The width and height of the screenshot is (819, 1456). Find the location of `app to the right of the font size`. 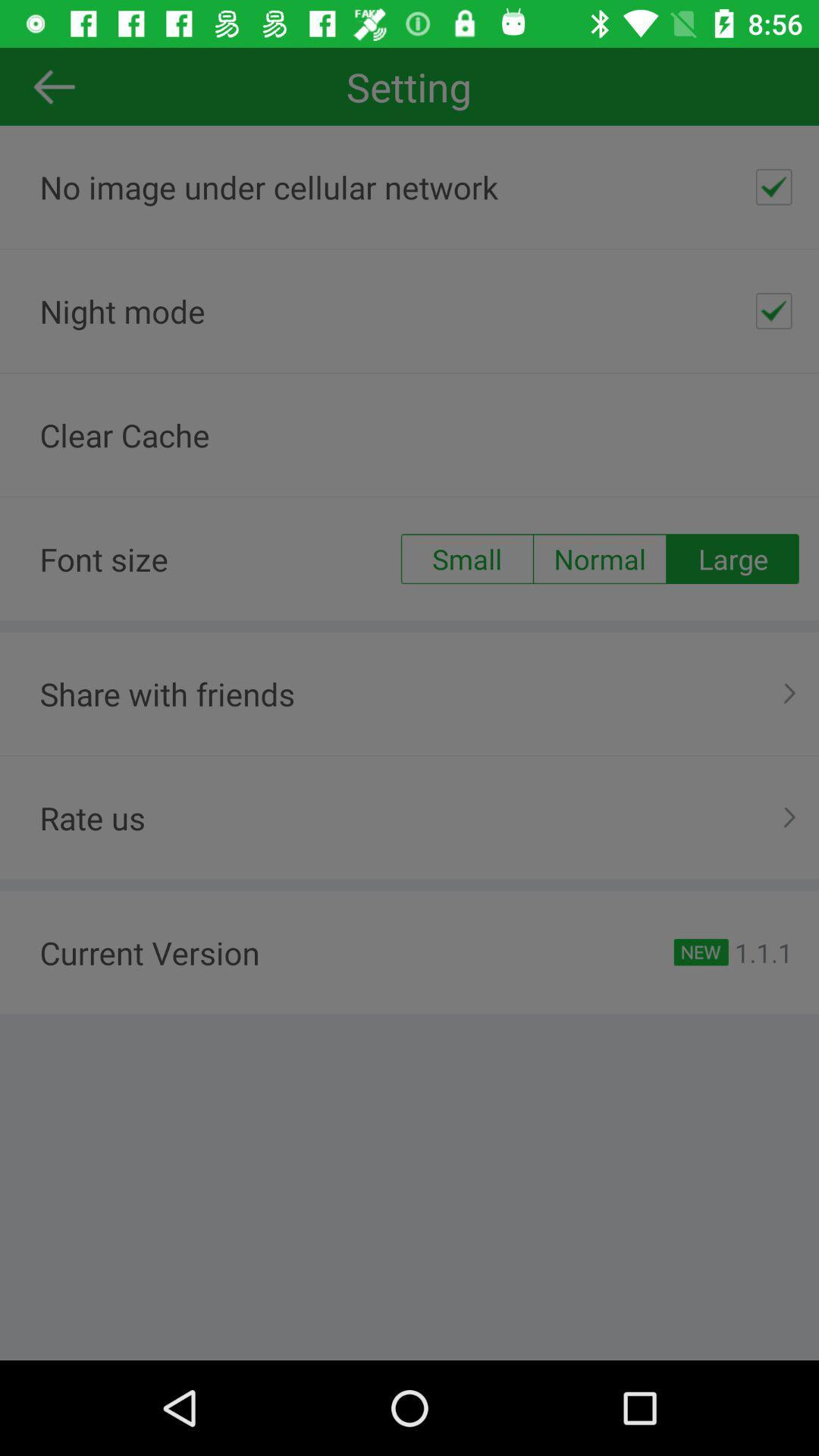

app to the right of the font size is located at coordinates (466, 558).